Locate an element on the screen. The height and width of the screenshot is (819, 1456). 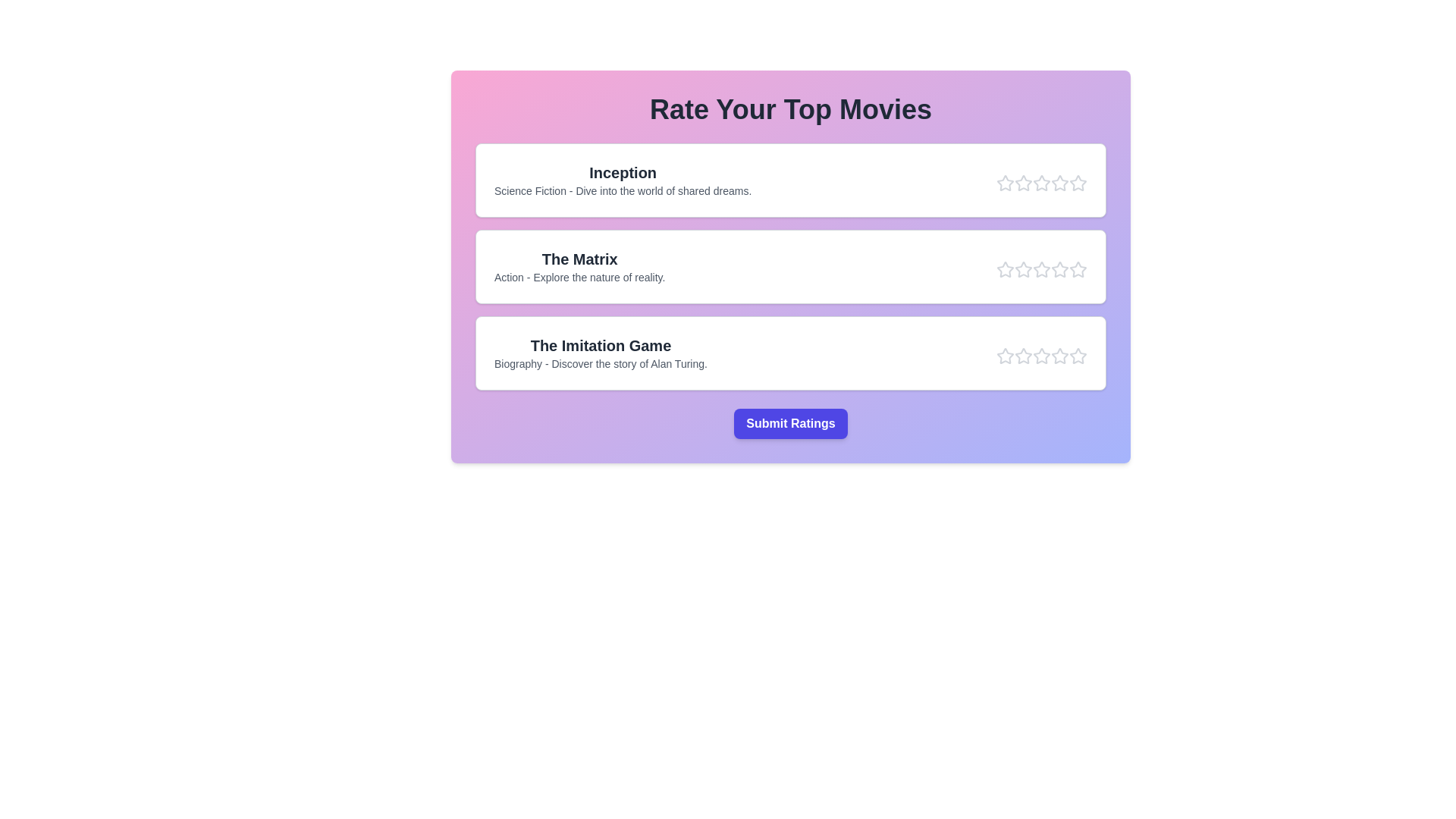
the movie title or description of The Matrix is located at coordinates (579, 259).